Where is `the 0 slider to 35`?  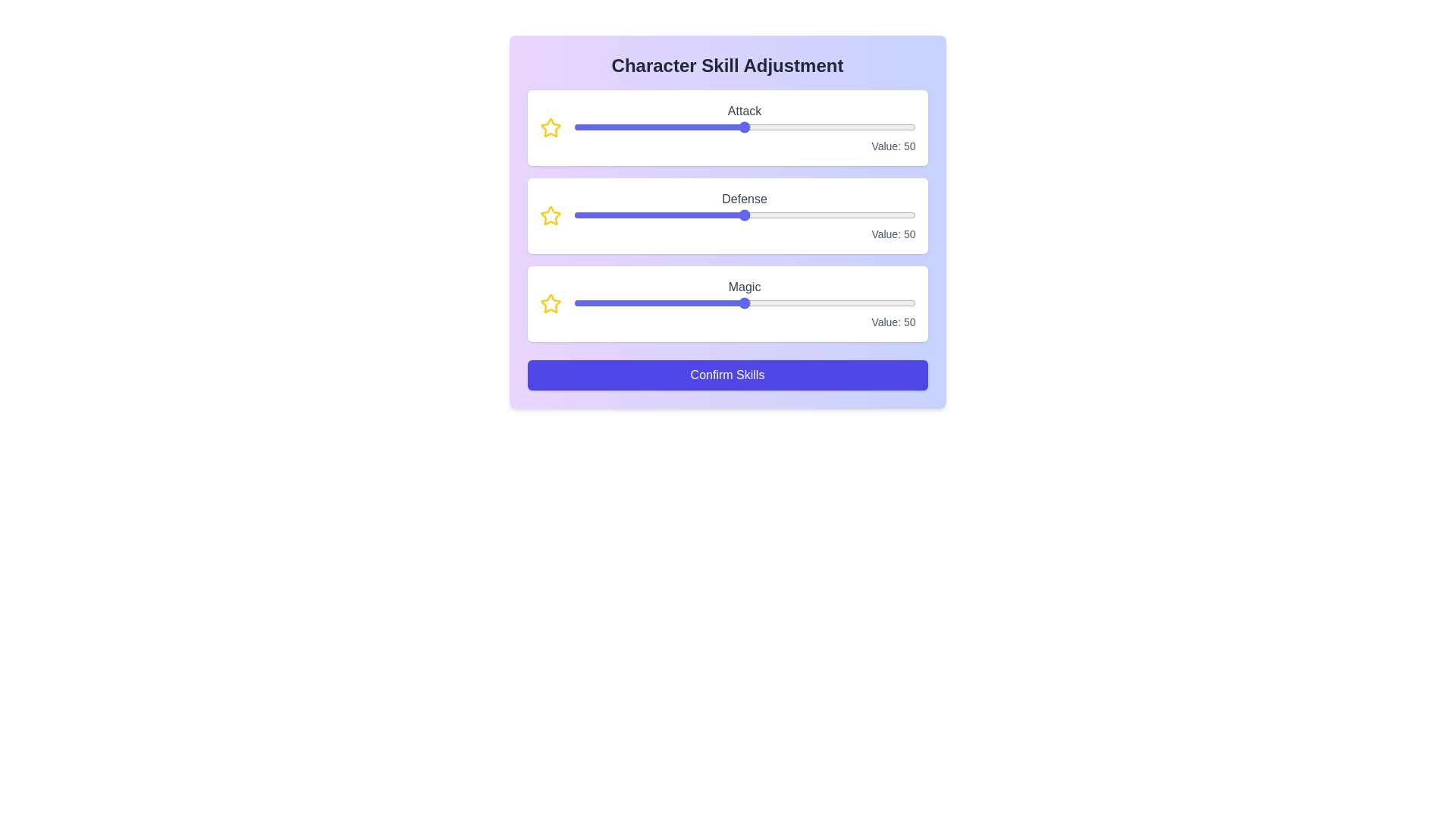 the 0 slider to 35 is located at coordinates (803, 127).